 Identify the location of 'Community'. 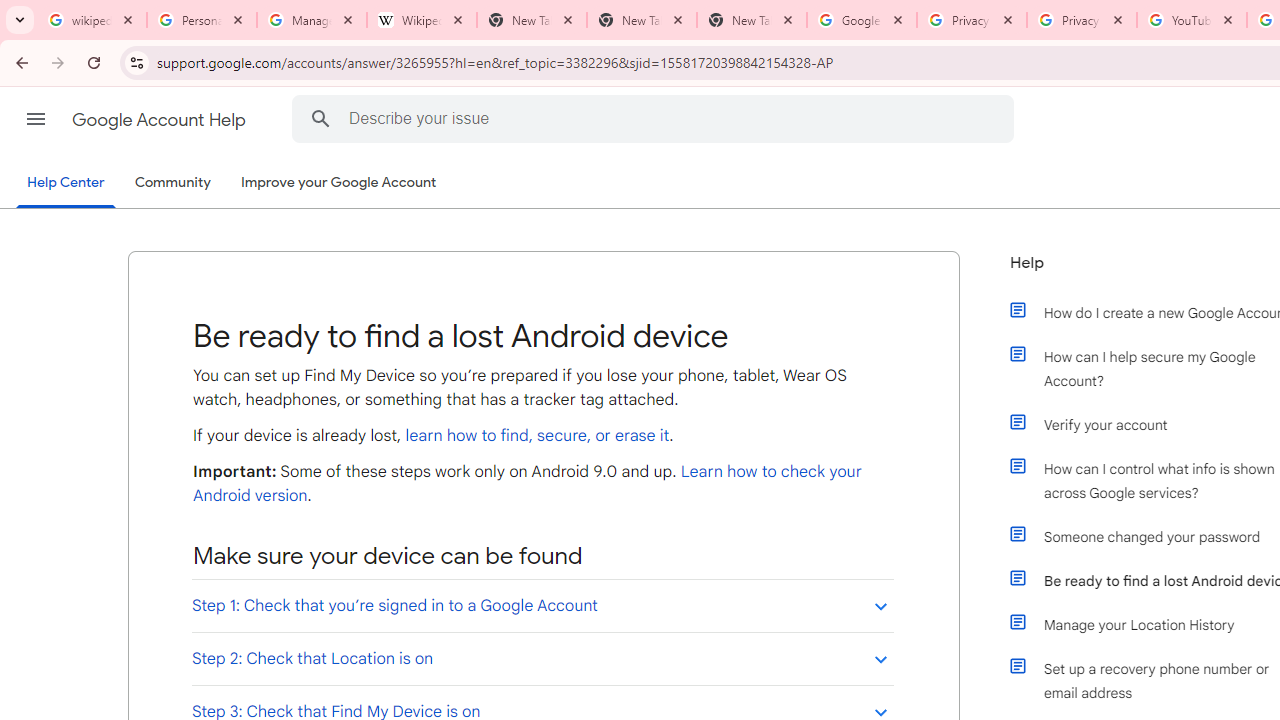
(172, 183).